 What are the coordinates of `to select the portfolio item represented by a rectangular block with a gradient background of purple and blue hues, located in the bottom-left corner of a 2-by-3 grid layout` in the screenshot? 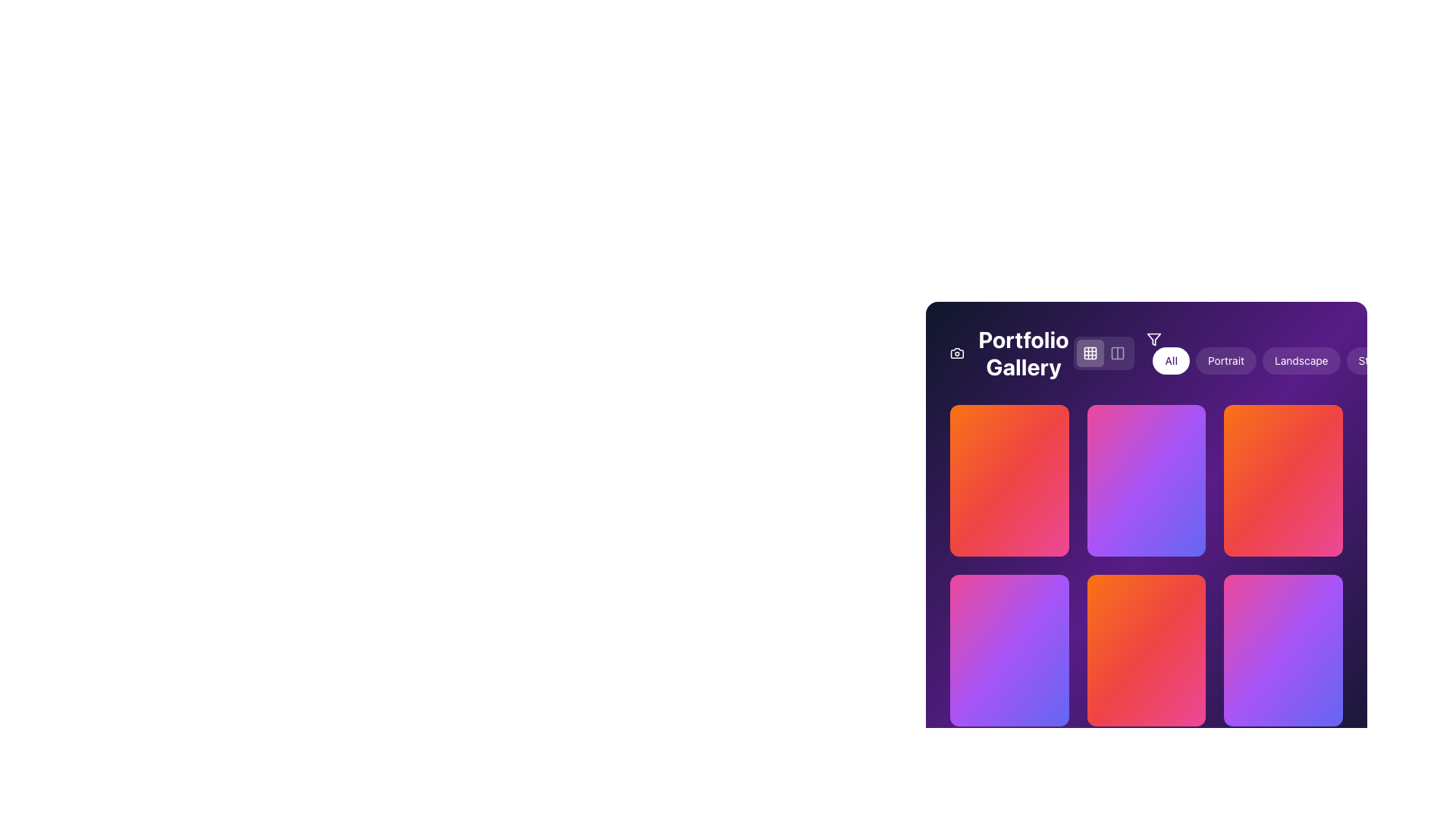 It's located at (1009, 688).